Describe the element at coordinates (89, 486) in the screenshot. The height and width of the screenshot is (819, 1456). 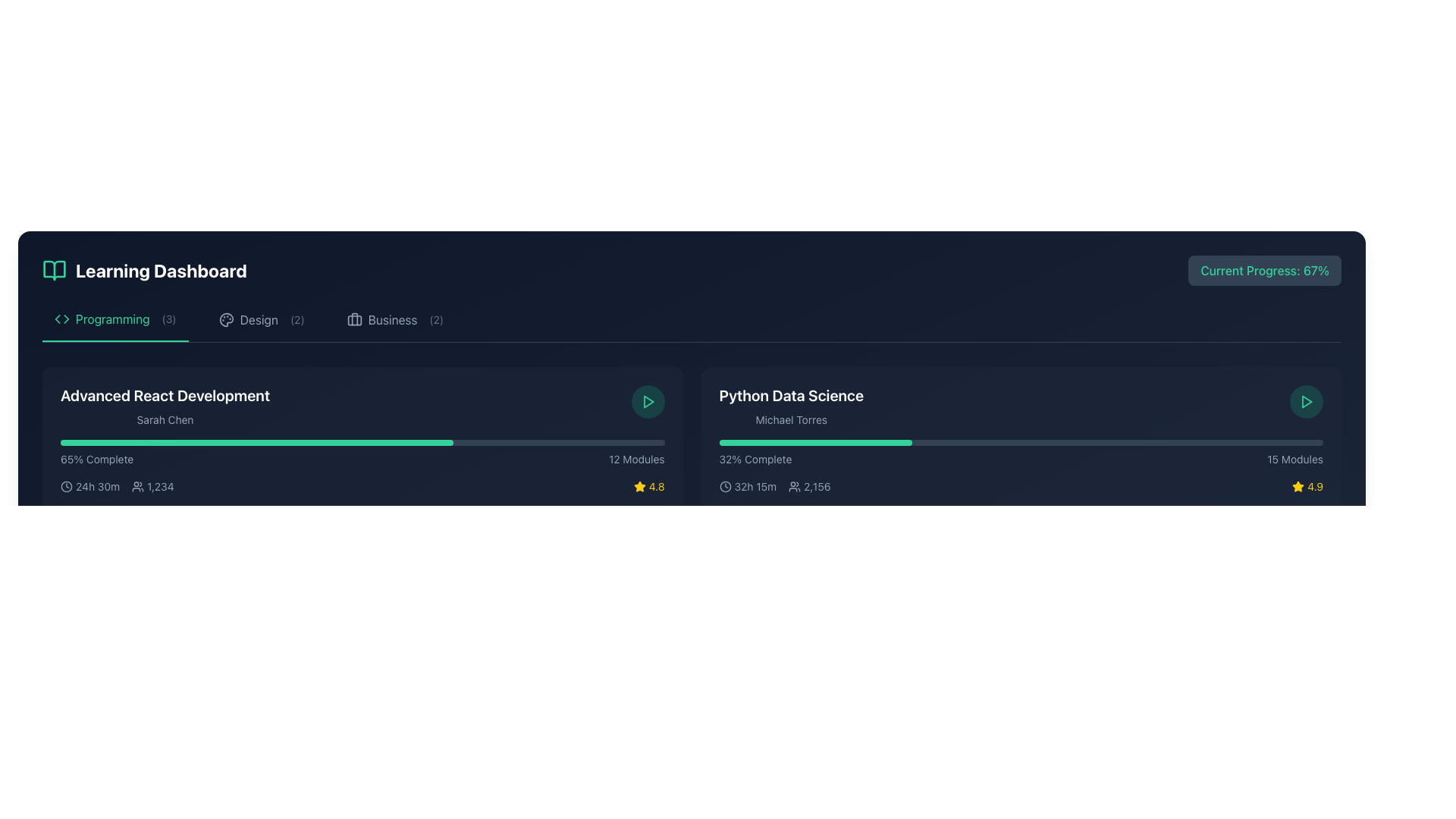
I see `the text-based informational UI component that displays '24h 30m' with a clock icon` at that location.